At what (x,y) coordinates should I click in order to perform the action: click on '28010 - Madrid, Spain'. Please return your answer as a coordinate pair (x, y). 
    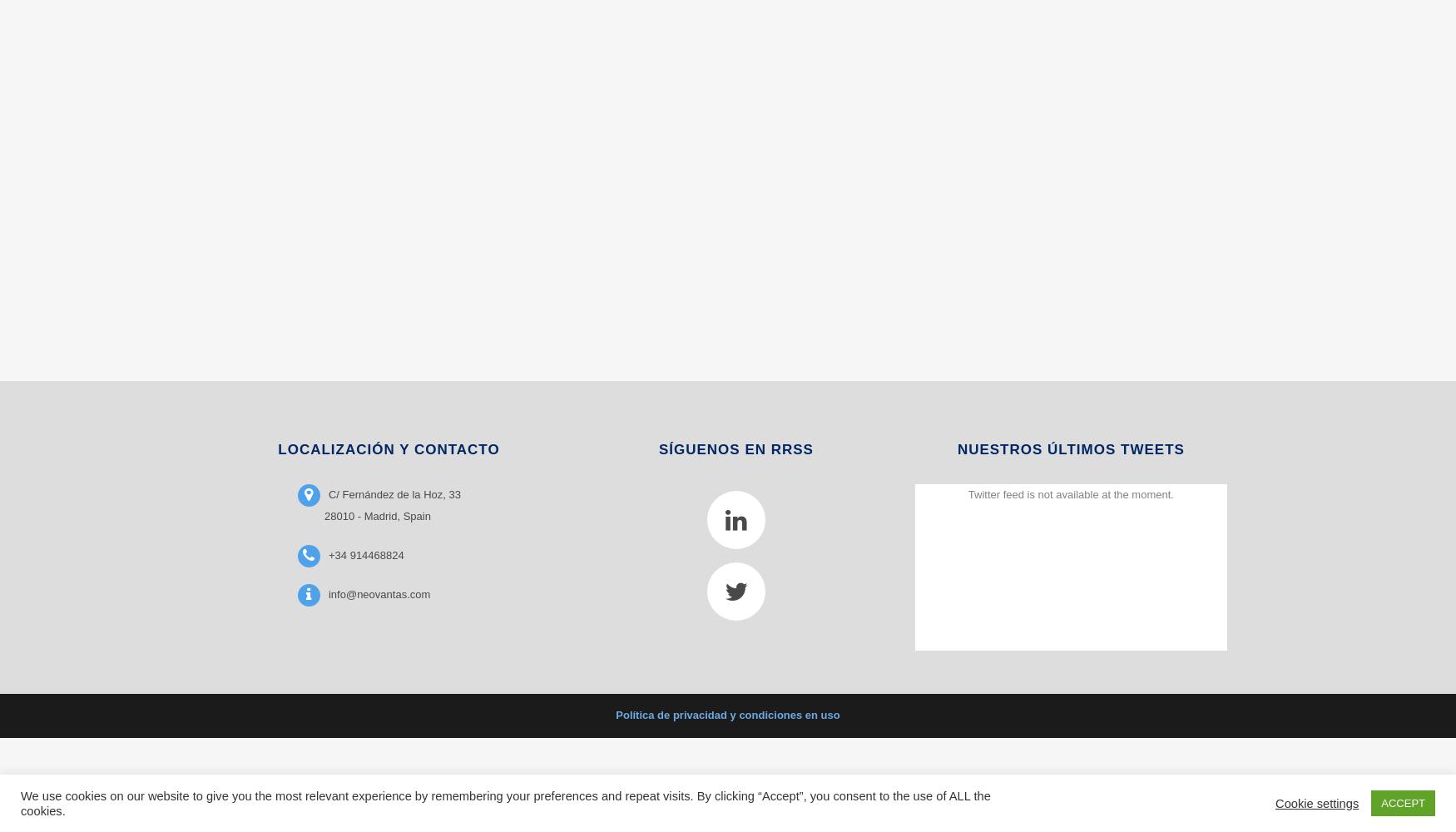
    Looking at the image, I should click on (377, 514).